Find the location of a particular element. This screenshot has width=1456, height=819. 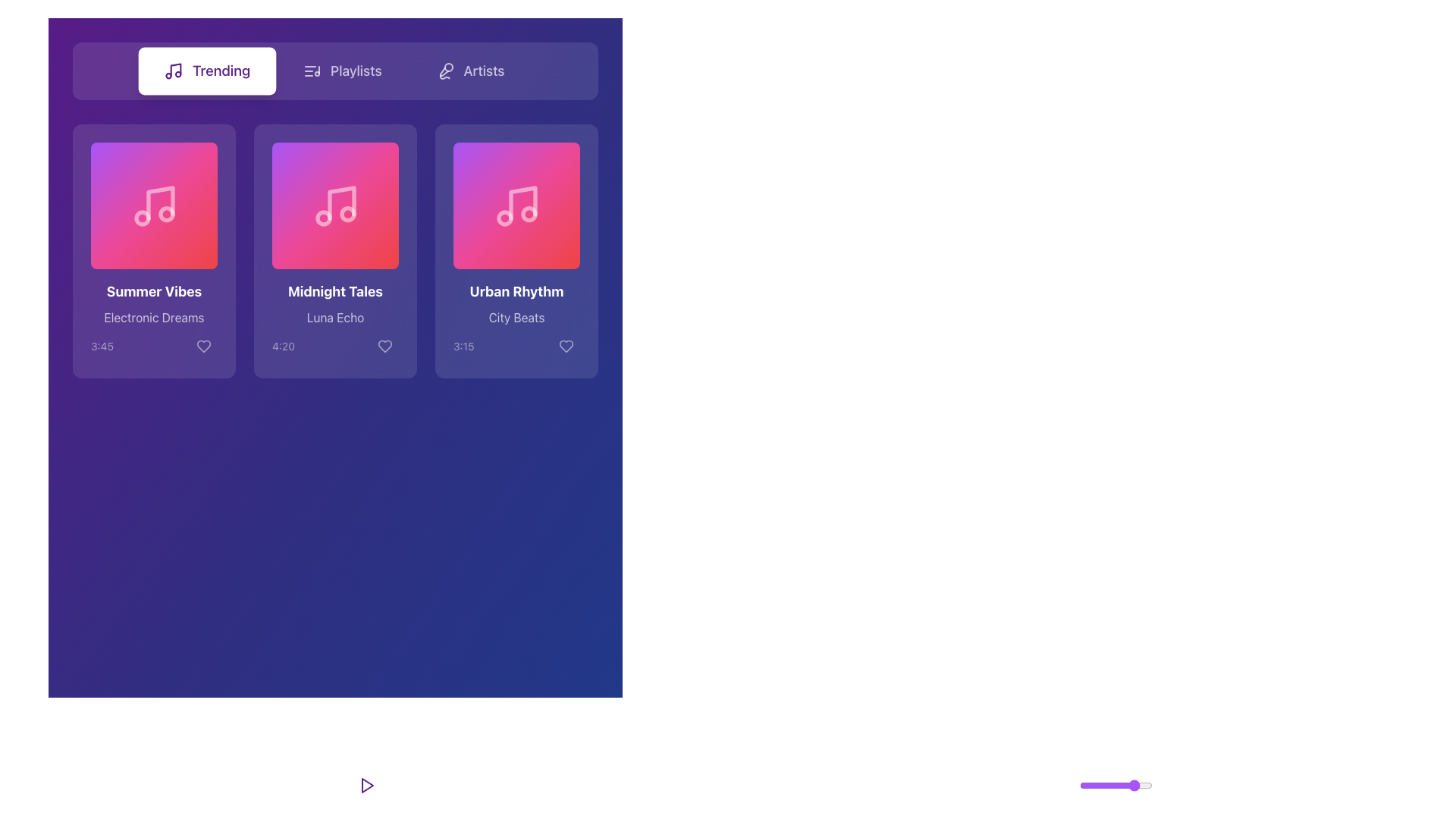

the music decorative icon located in the 'Summer Vibes' card within the 'Trending' section of the music application is located at coordinates (160, 202).